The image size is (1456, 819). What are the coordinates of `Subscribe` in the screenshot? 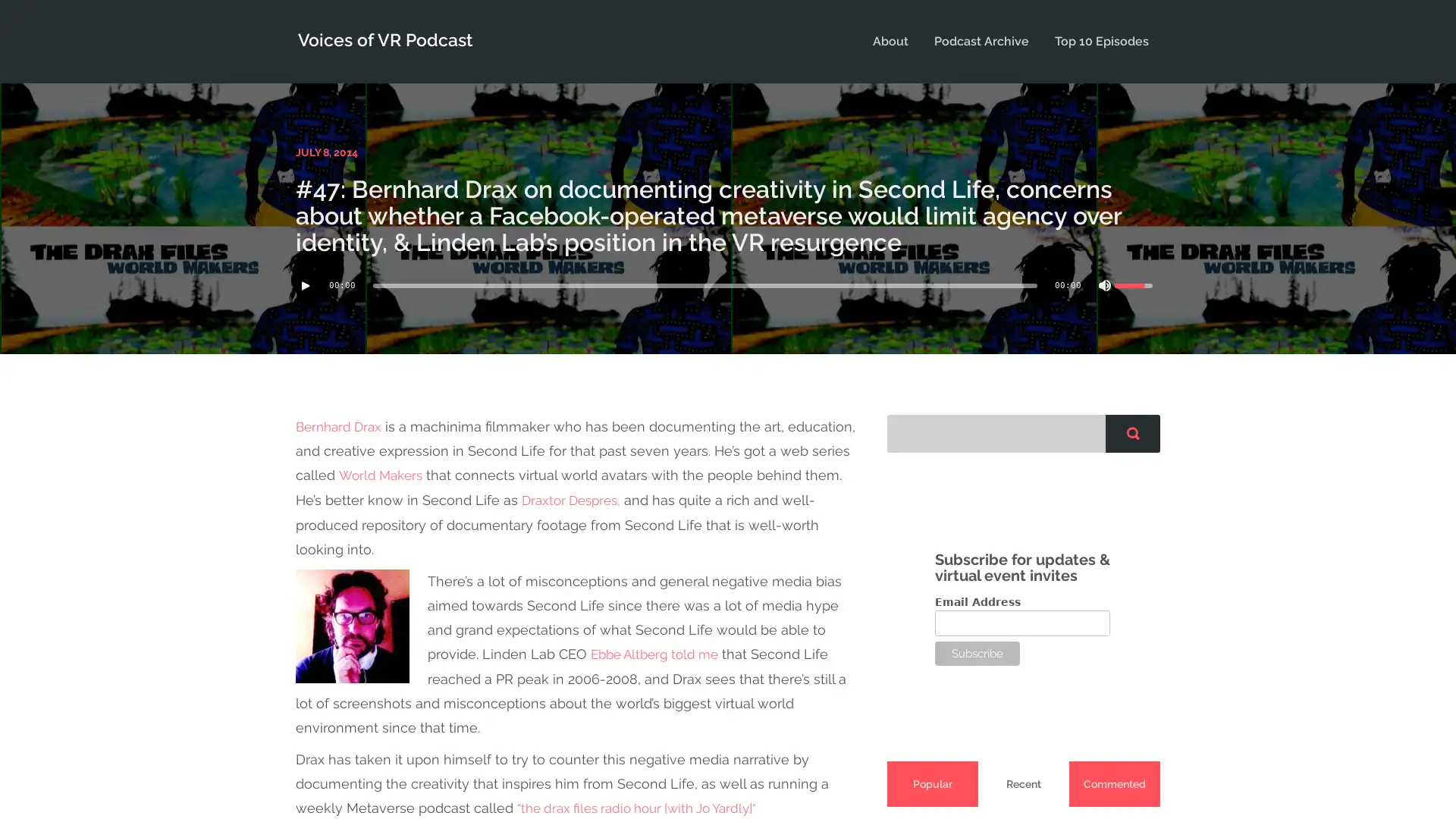 It's located at (977, 652).